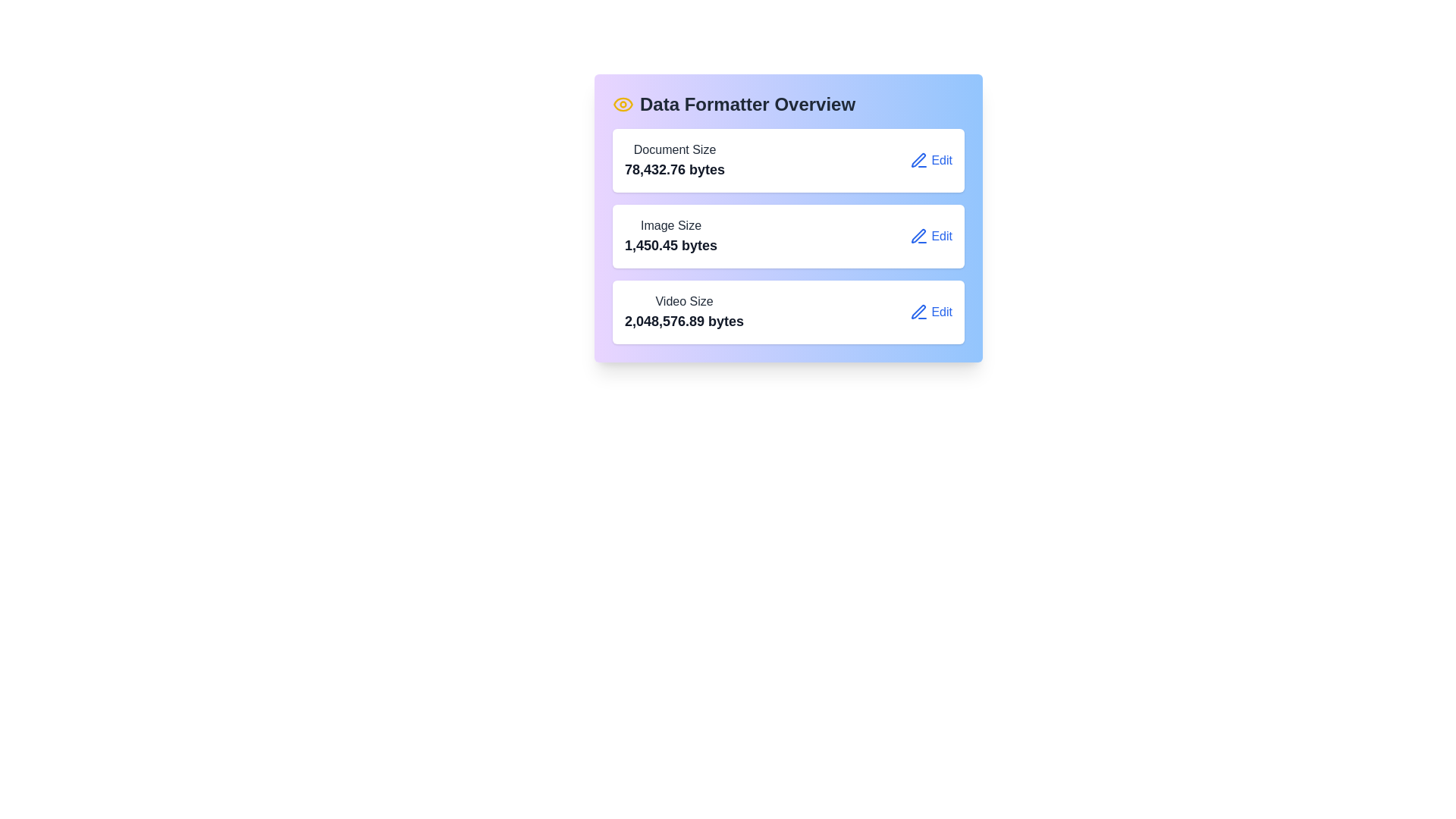 The height and width of the screenshot is (819, 1456). What do you see at coordinates (683, 312) in the screenshot?
I see `the Text Display Component that shows the size of a video file in bytes, located between the 'Image Size' item and the 'Edit' button` at bounding box center [683, 312].